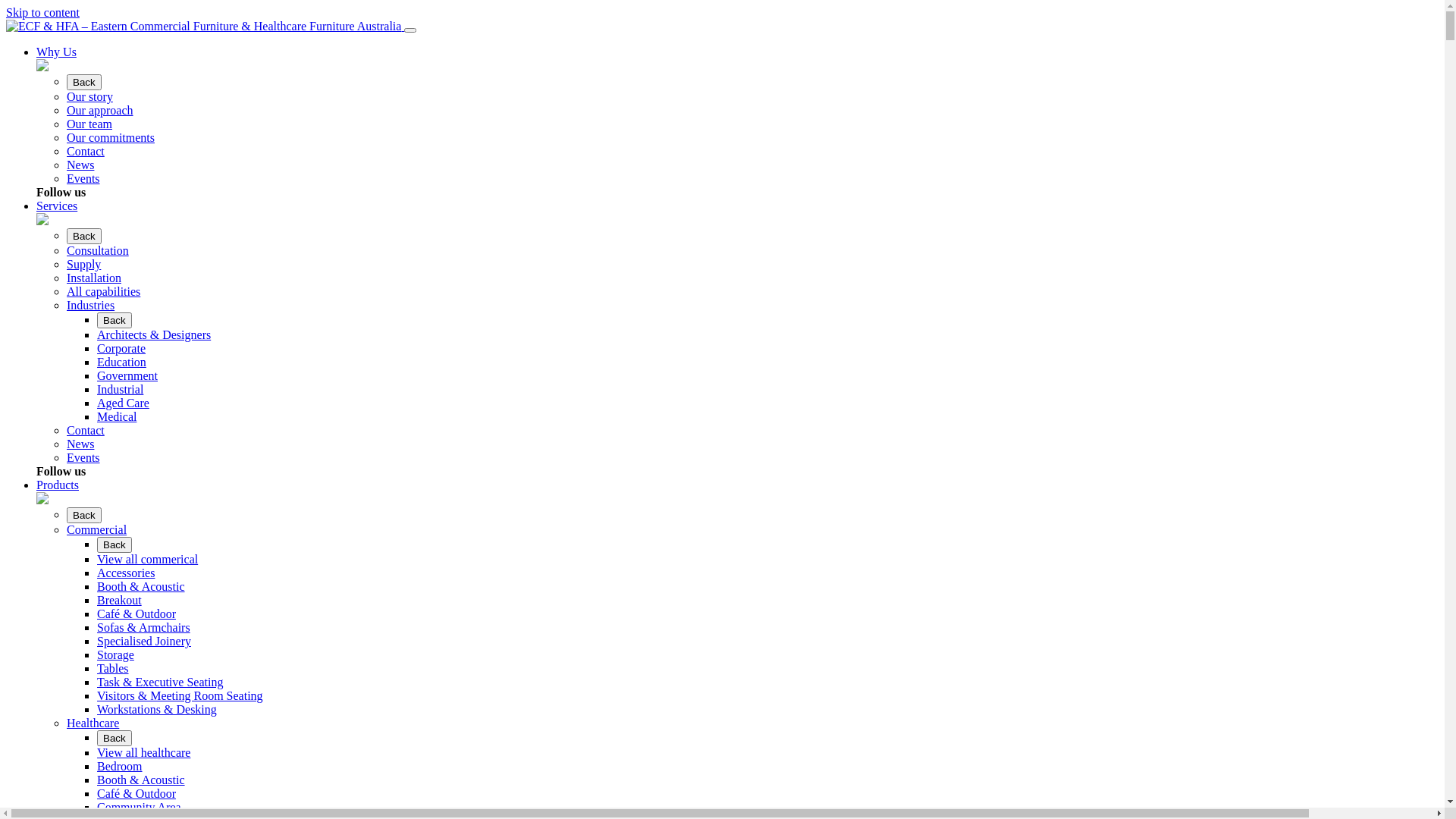 This screenshot has width=1456, height=819. Describe the element at coordinates (85, 430) in the screenshot. I see `'Contact'` at that location.